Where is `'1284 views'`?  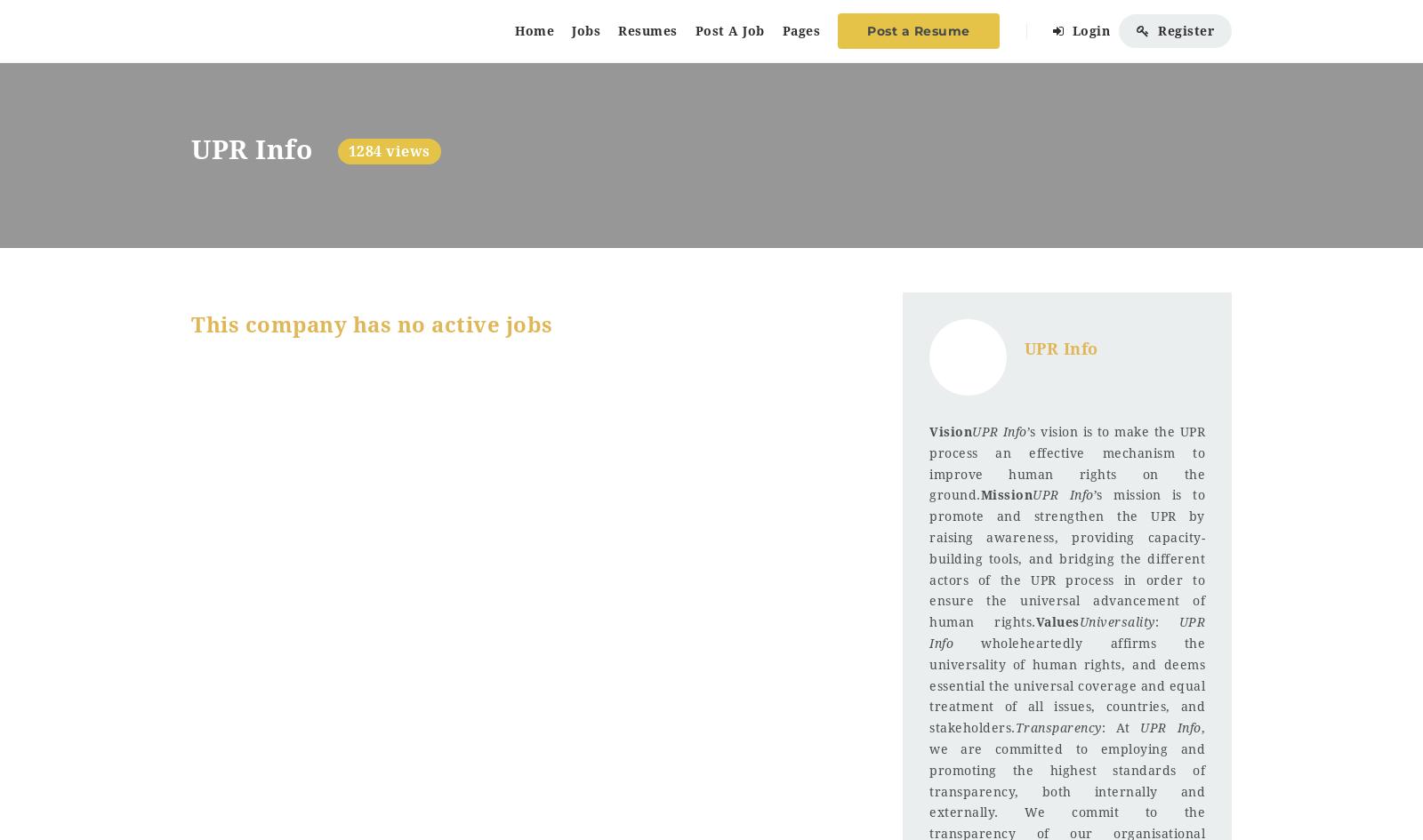
'1284 views' is located at coordinates (387, 151).